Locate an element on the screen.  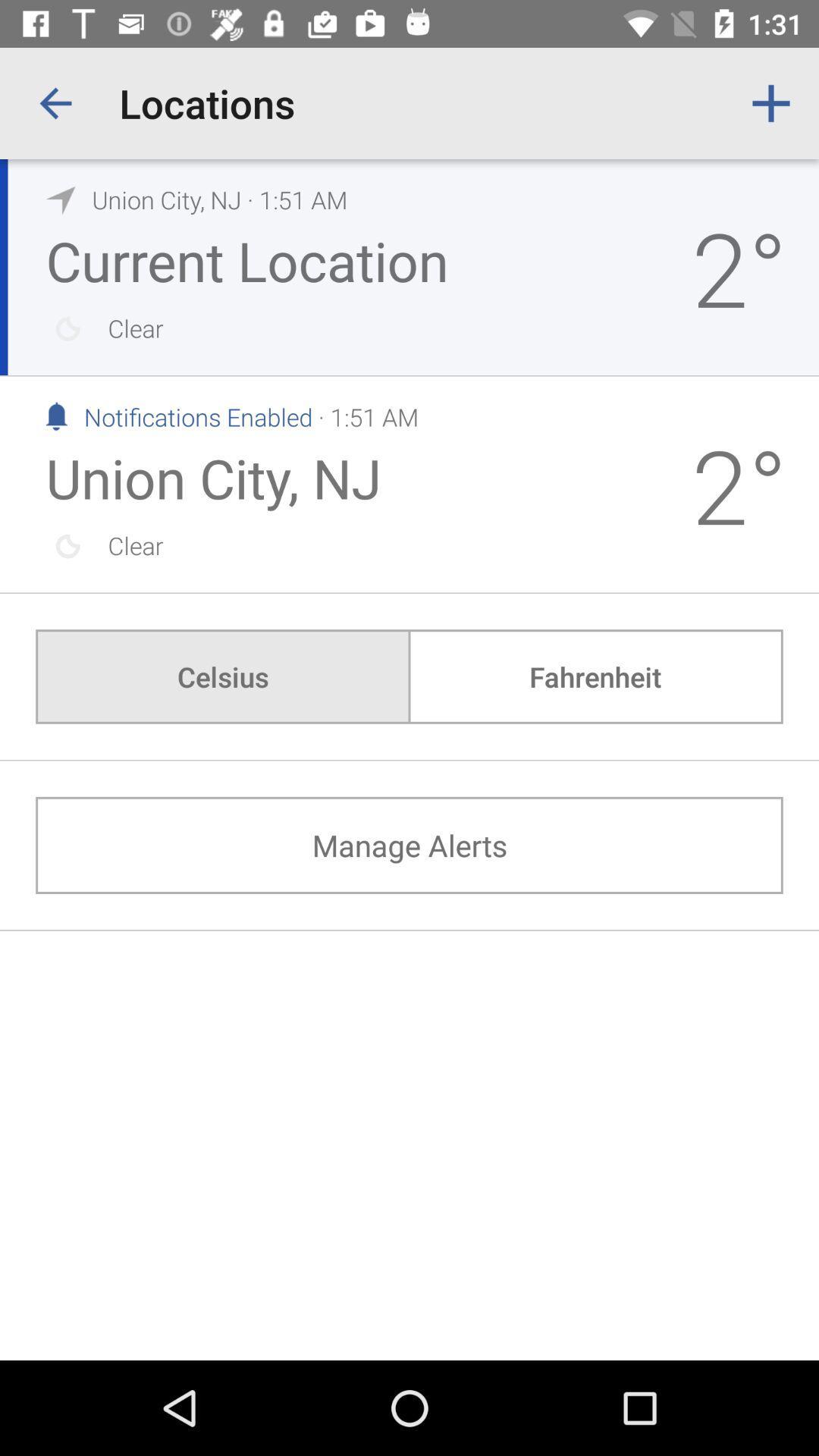
the icon above the manage alerts icon is located at coordinates (223, 676).